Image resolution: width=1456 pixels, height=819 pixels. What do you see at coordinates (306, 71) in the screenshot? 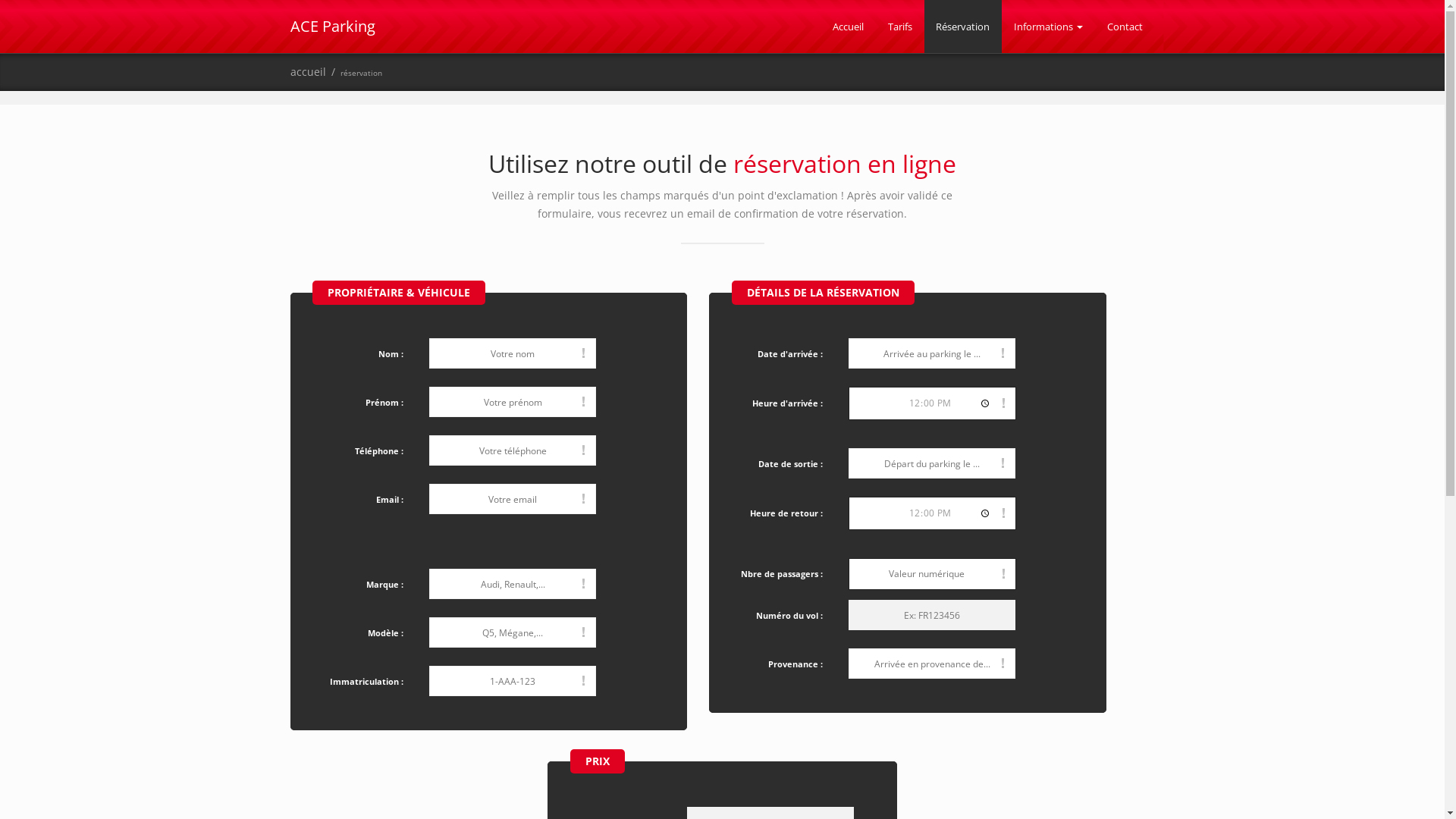
I see `'accueil'` at bounding box center [306, 71].